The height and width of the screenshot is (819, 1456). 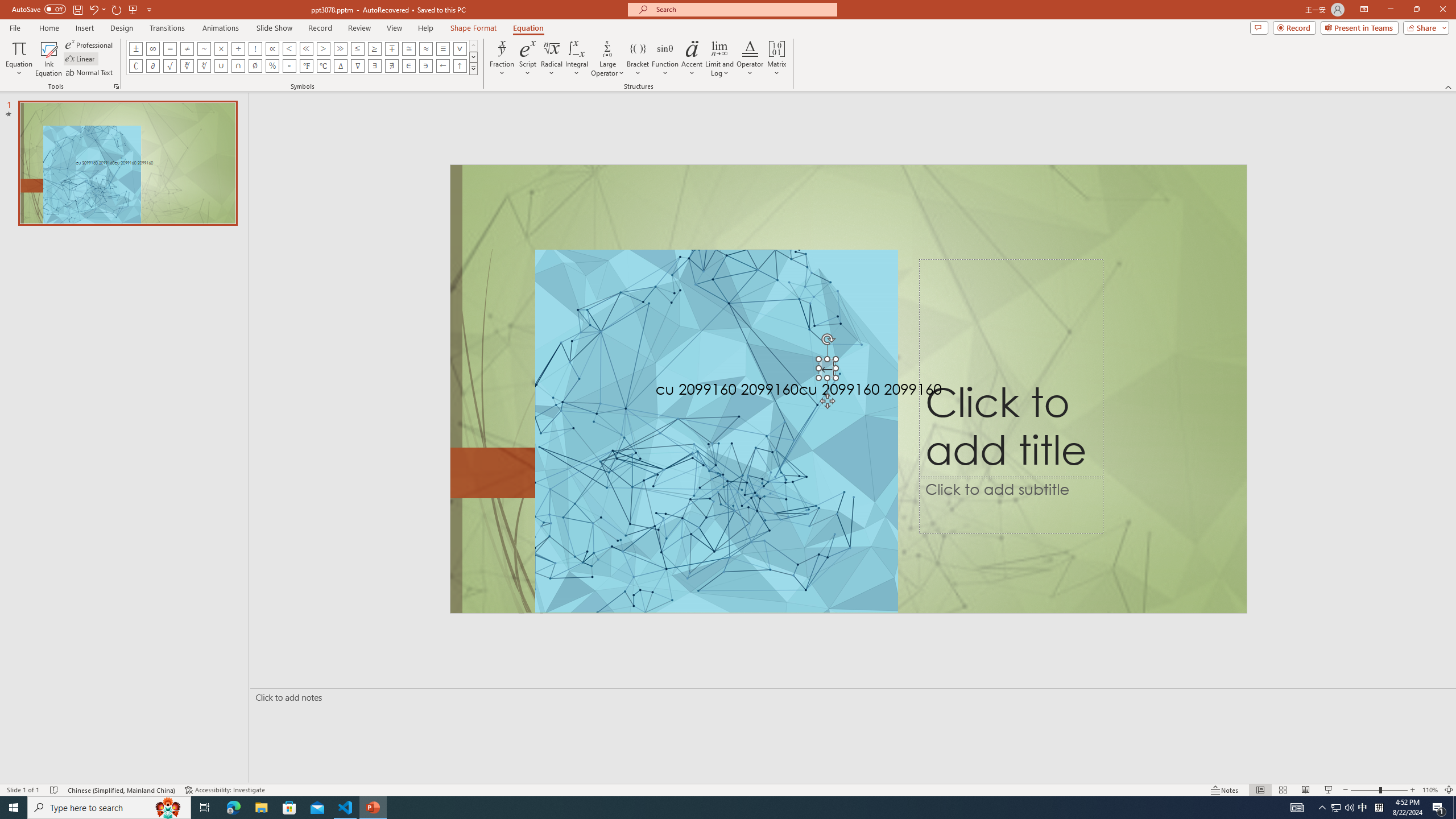 I want to click on 'Normal Text', so click(x=90, y=72).